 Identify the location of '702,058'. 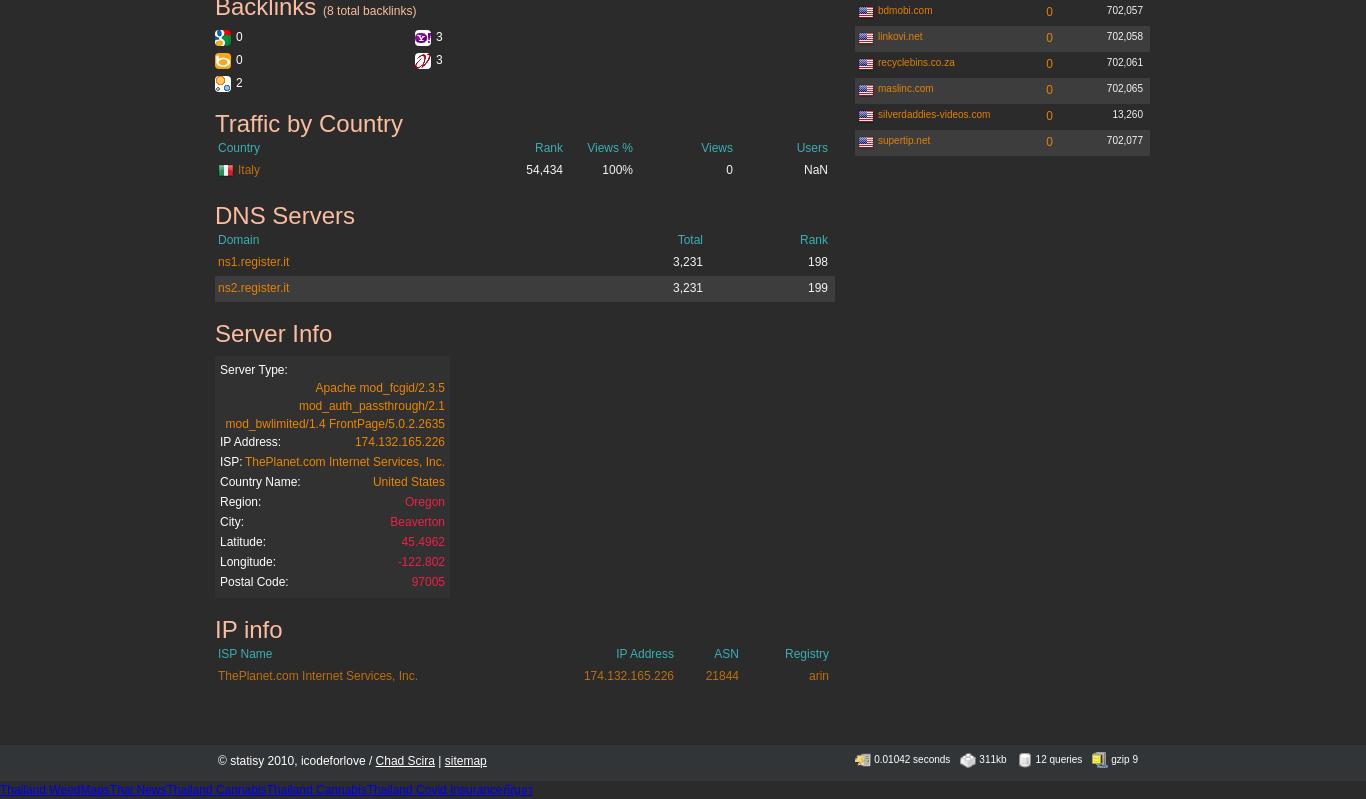
(1123, 35).